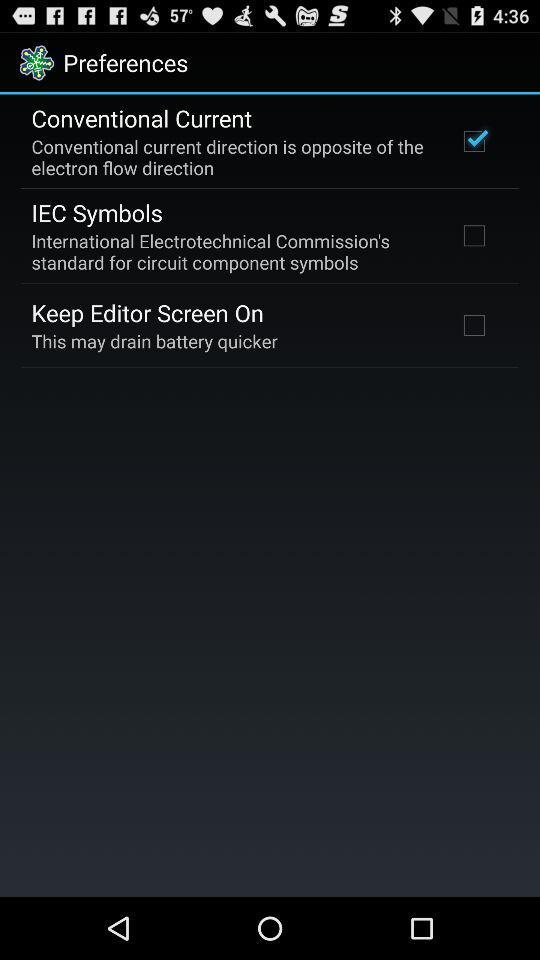 This screenshot has height=960, width=540. What do you see at coordinates (153, 341) in the screenshot?
I see `the app below keep editor screen` at bounding box center [153, 341].